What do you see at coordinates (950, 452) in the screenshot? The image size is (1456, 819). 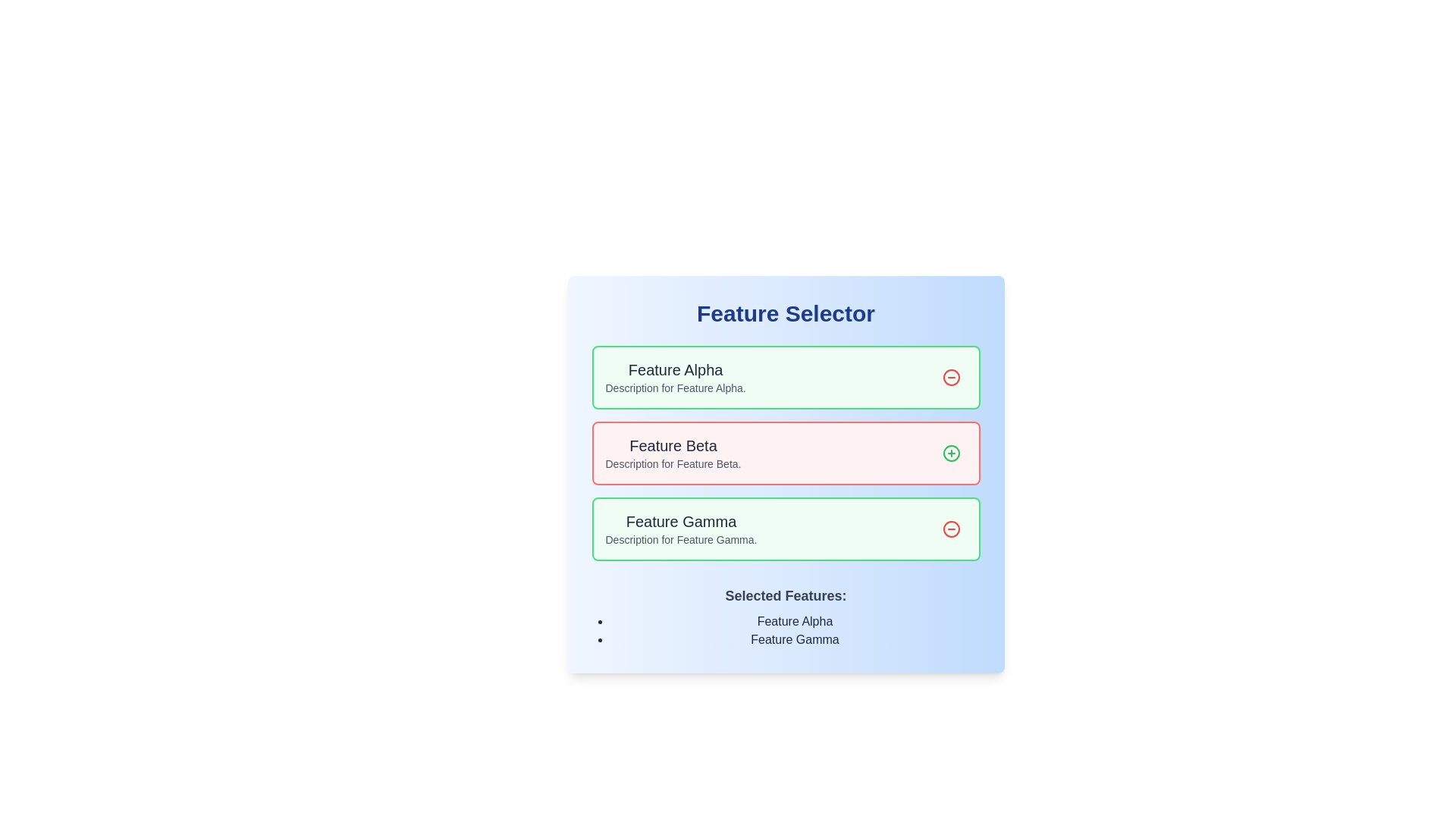 I see `the circular button with a green-outline circle and plus symbol` at bounding box center [950, 452].